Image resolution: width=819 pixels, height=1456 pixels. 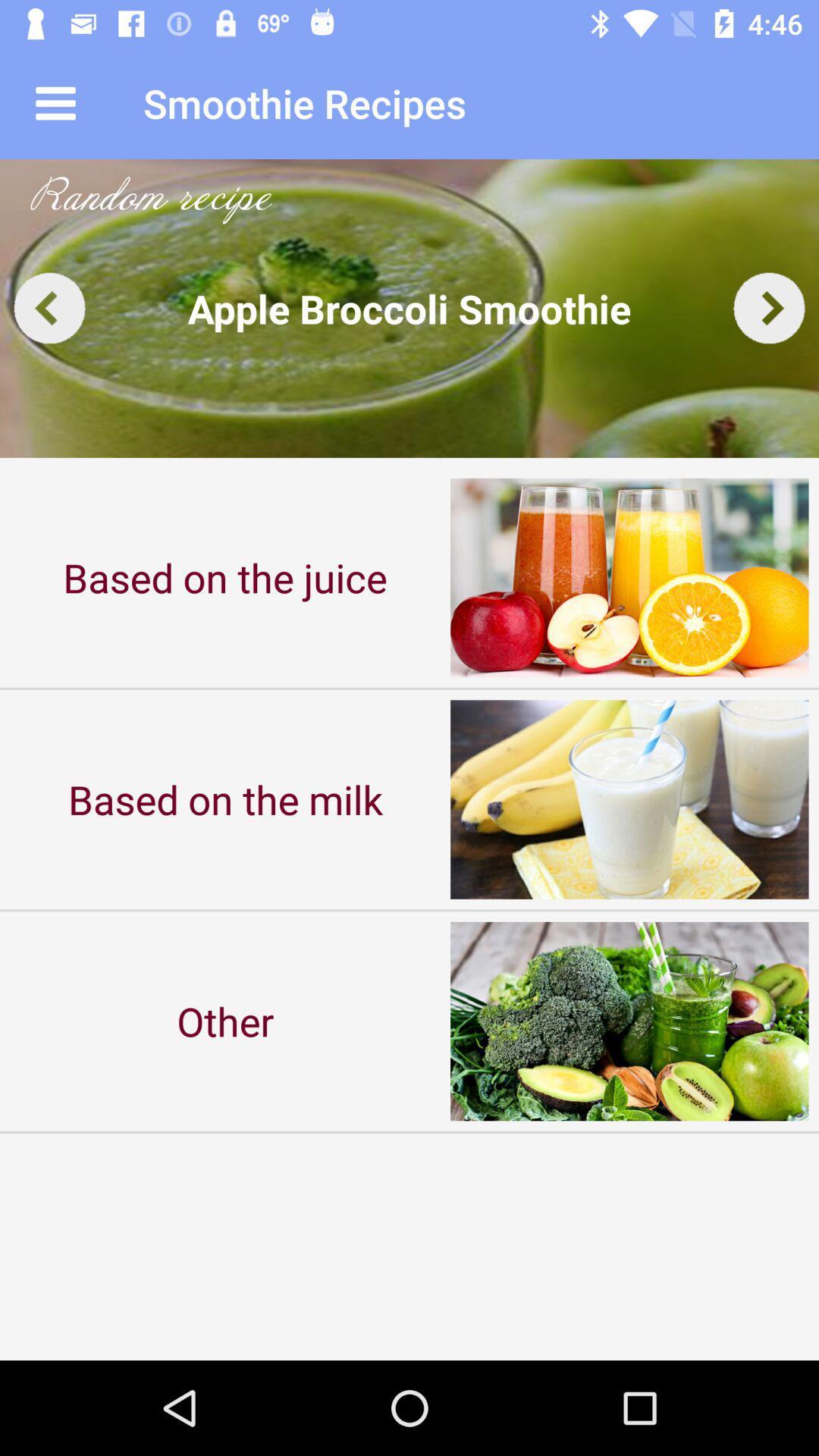 What do you see at coordinates (49, 307) in the screenshot?
I see `go back` at bounding box center [49, 307].